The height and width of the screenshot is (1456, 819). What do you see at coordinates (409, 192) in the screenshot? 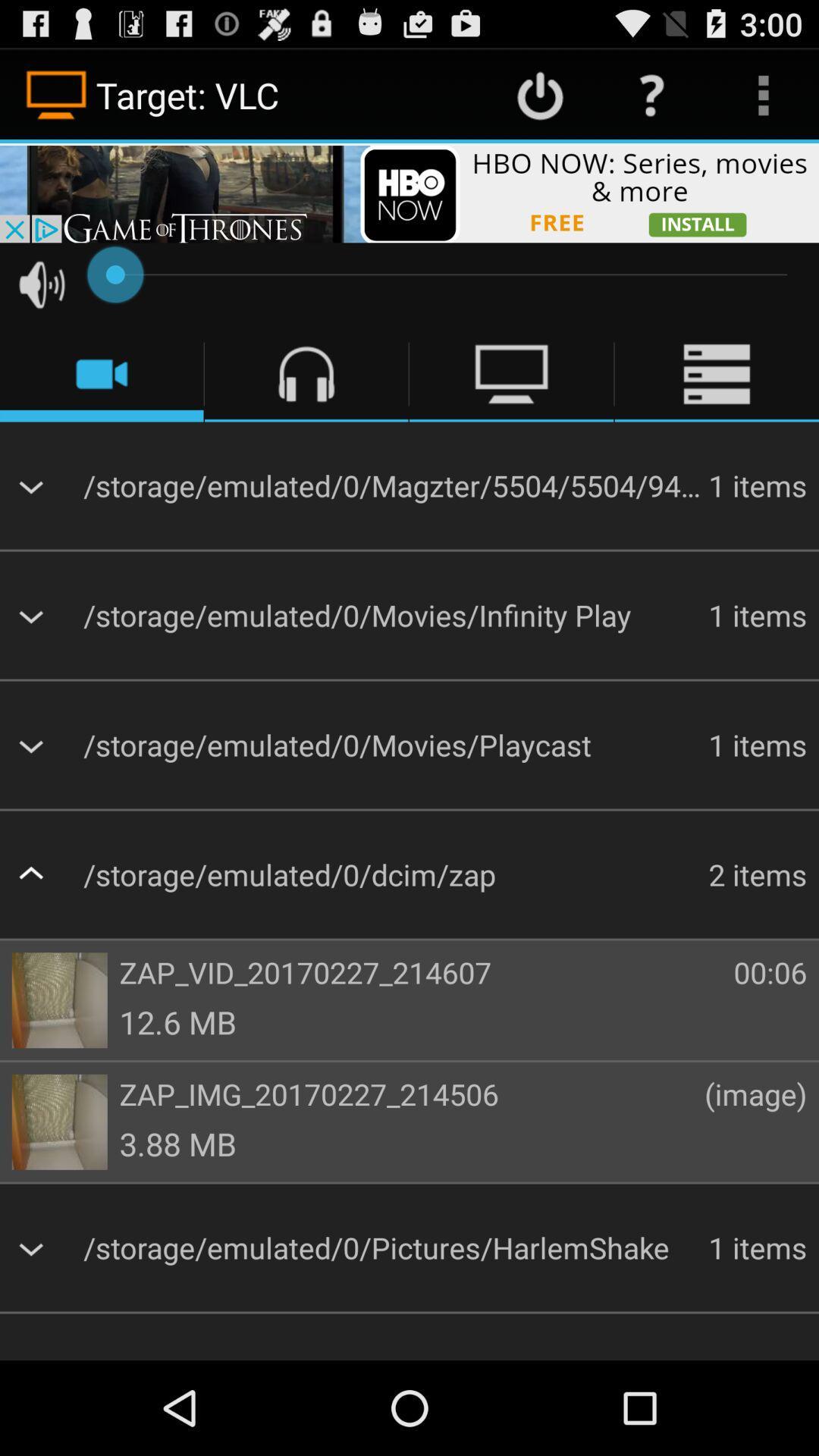
I see `advertisement page` at bounding box center [409, 192].